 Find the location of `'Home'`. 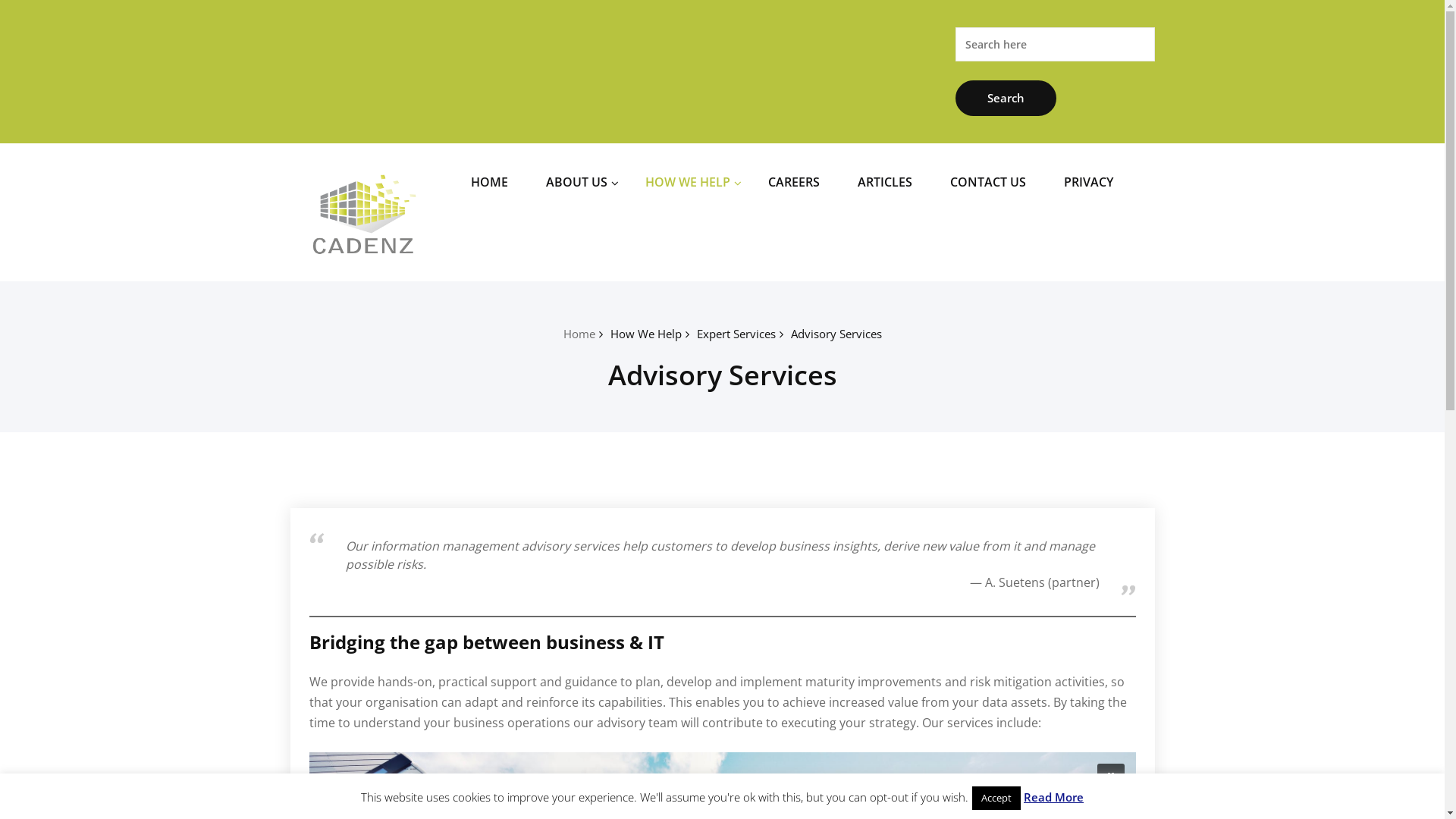

'Home' is located at coordinates (578, 332).